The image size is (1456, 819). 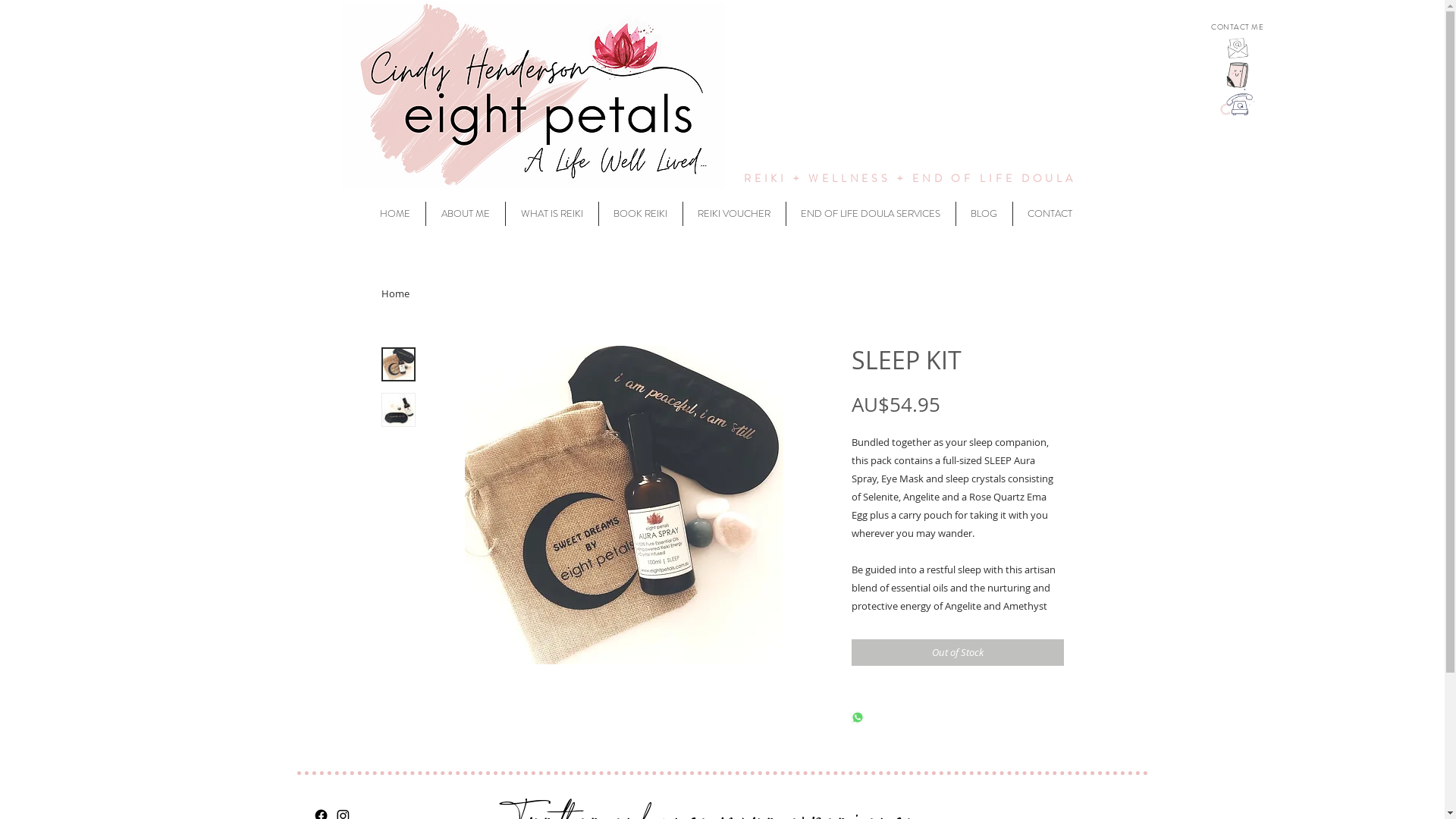 I want to click on 'WHAT IS REIKI', so click(x=550, y=213).